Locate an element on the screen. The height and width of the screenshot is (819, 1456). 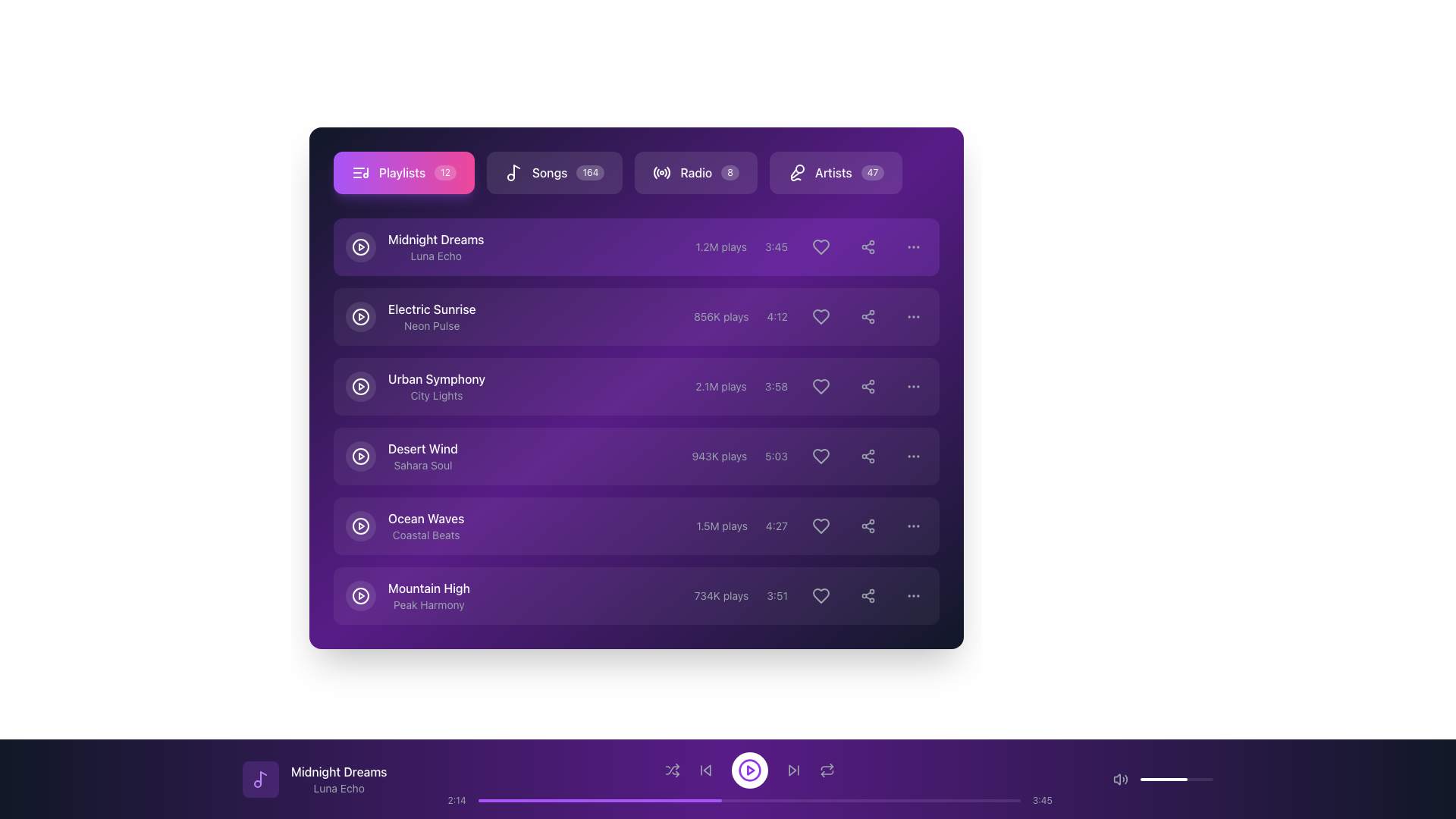
the subtitle text for the playlist entry titled 'Desert Wind', which is located below the bold text and slightly inset from the left margin in the highlighted row is located at coordinates (422, 464).